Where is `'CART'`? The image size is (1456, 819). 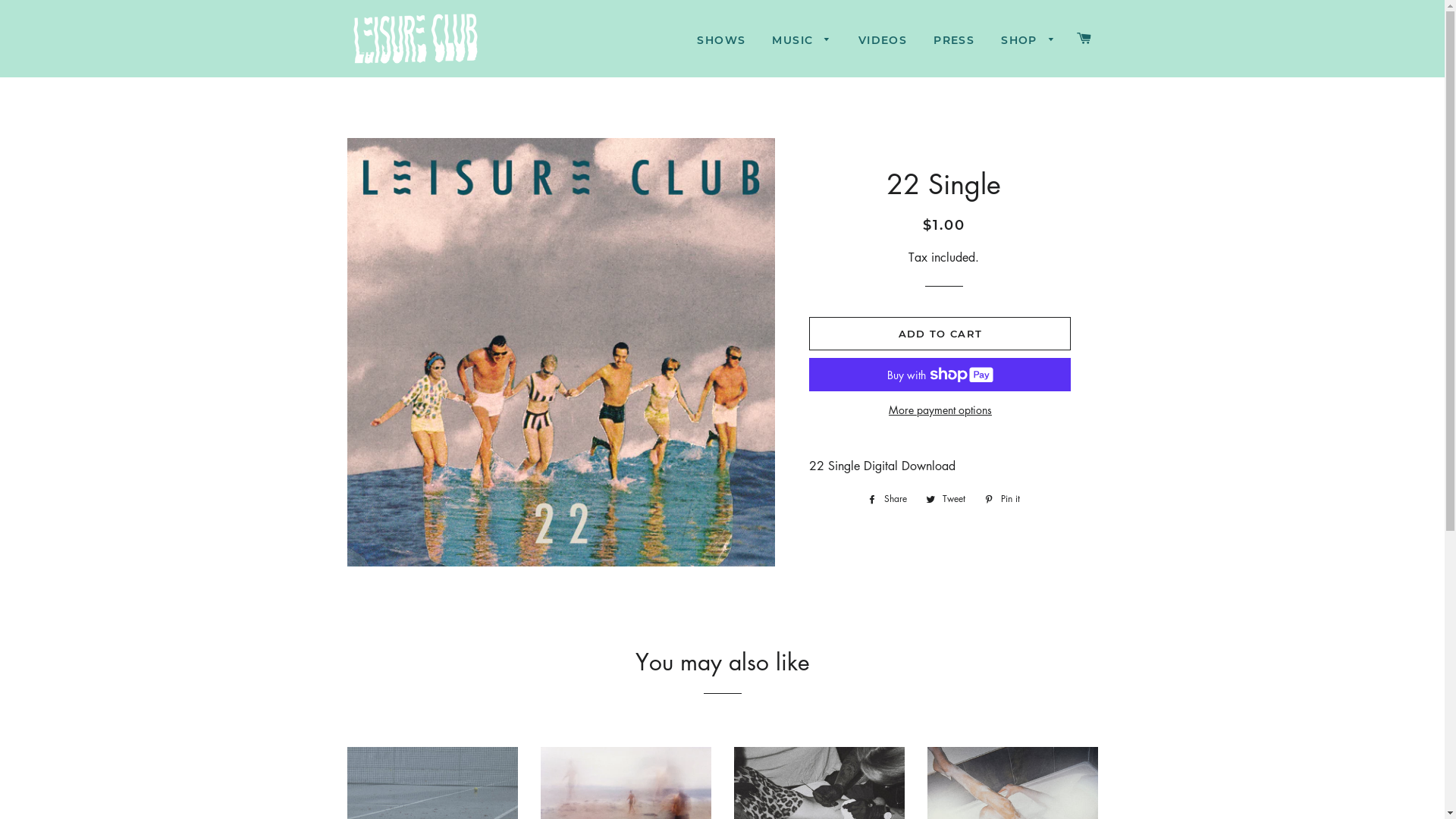 'CART' is located at coordinates (1069, 37).